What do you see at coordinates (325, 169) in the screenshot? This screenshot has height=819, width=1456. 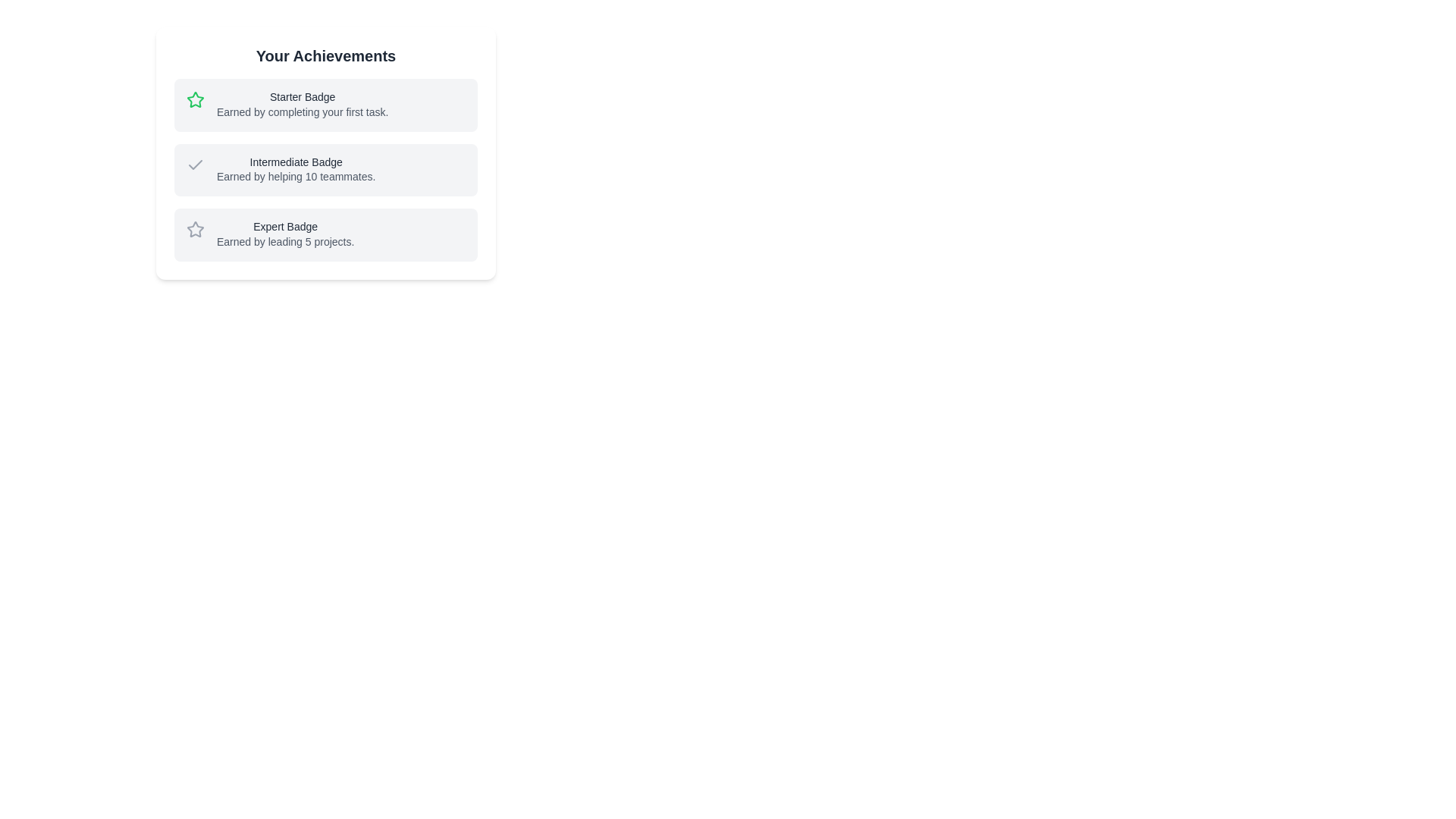 I see `the Informational badge indicating the 'Intermediate Badge' for helping 10 teammates, located in the 'Your Achievements' section` at bounding box center [325, 169].